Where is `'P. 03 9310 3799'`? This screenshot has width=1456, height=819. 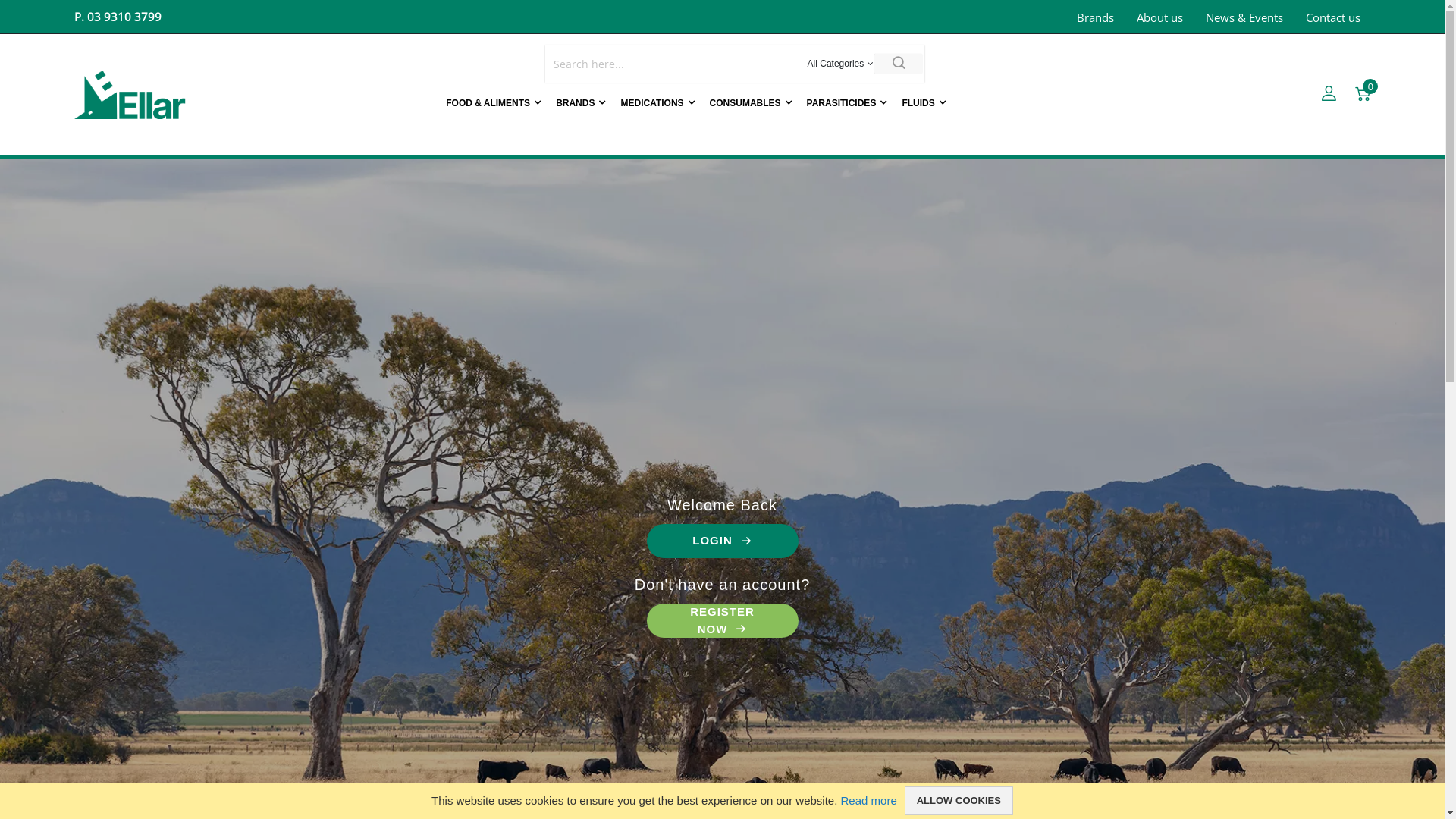
'P. 03 9310 3799' is located at coordinates (117, 17).